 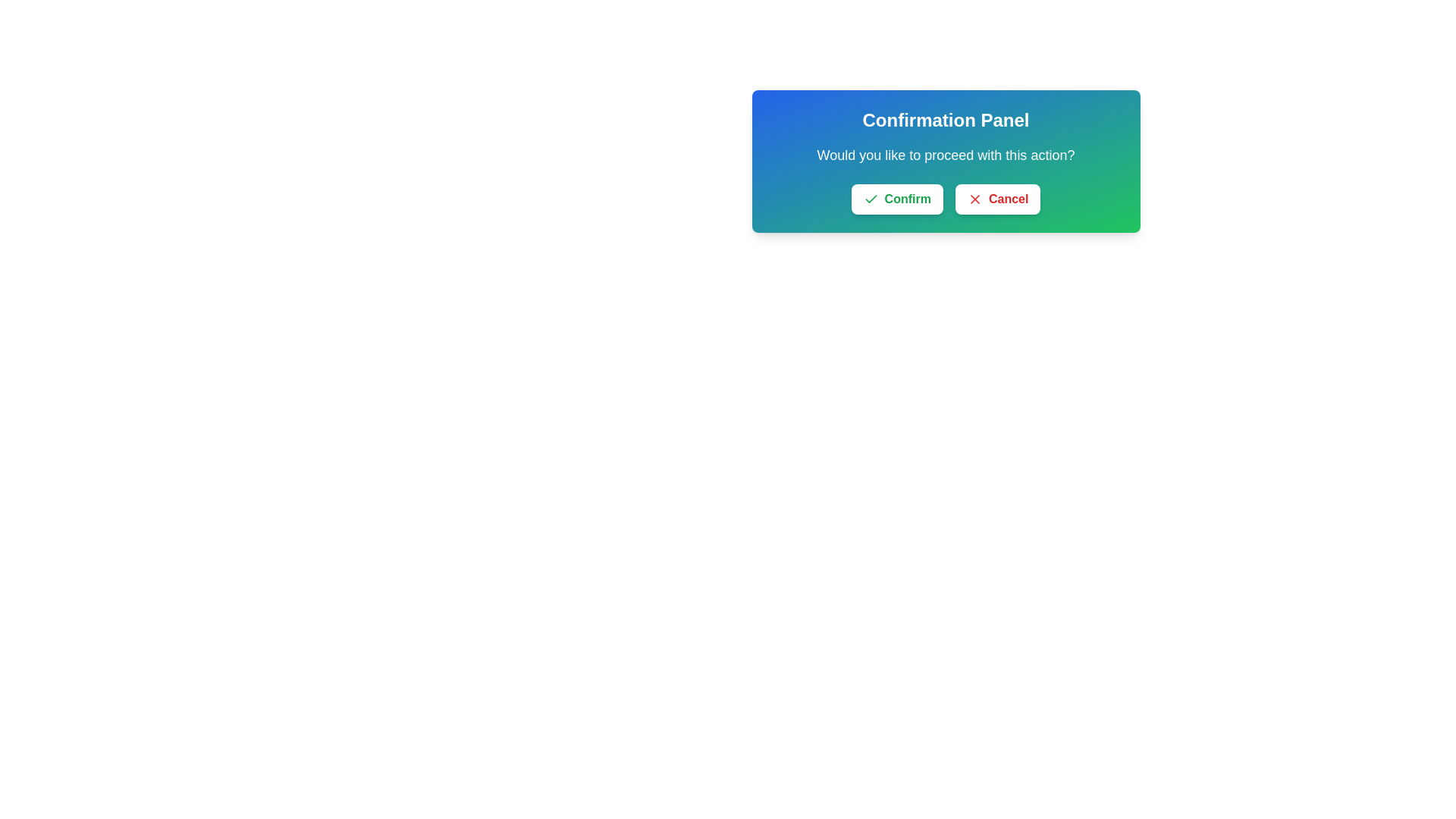 I want to click on the cancel button in the confirmation panel, so click(x=998, y=198).